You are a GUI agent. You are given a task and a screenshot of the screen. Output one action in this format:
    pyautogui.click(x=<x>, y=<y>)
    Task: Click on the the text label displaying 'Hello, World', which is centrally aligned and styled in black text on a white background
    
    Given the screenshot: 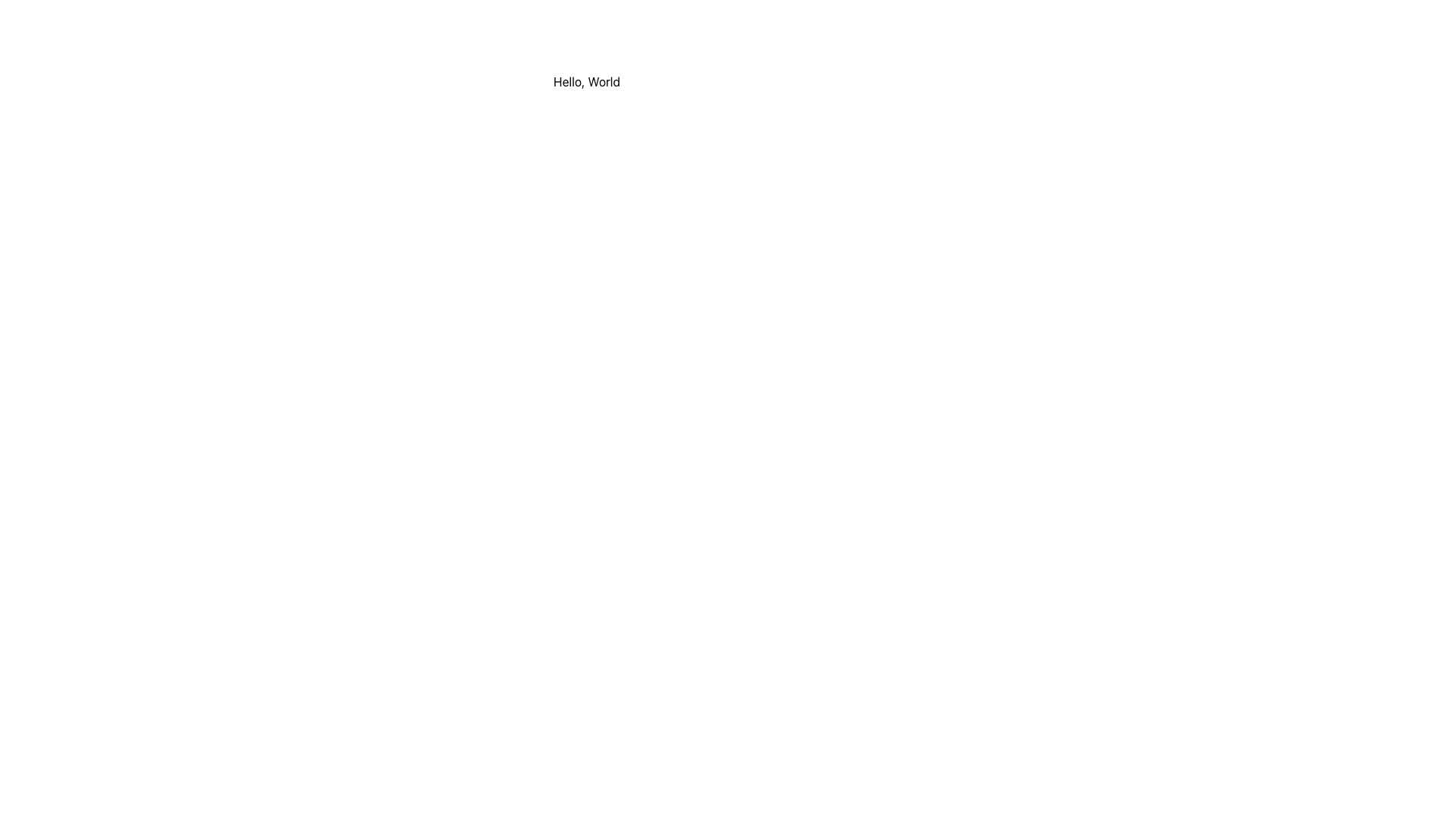 What is the action you would take?
    pyautogui.click(x=585, y=82)
    